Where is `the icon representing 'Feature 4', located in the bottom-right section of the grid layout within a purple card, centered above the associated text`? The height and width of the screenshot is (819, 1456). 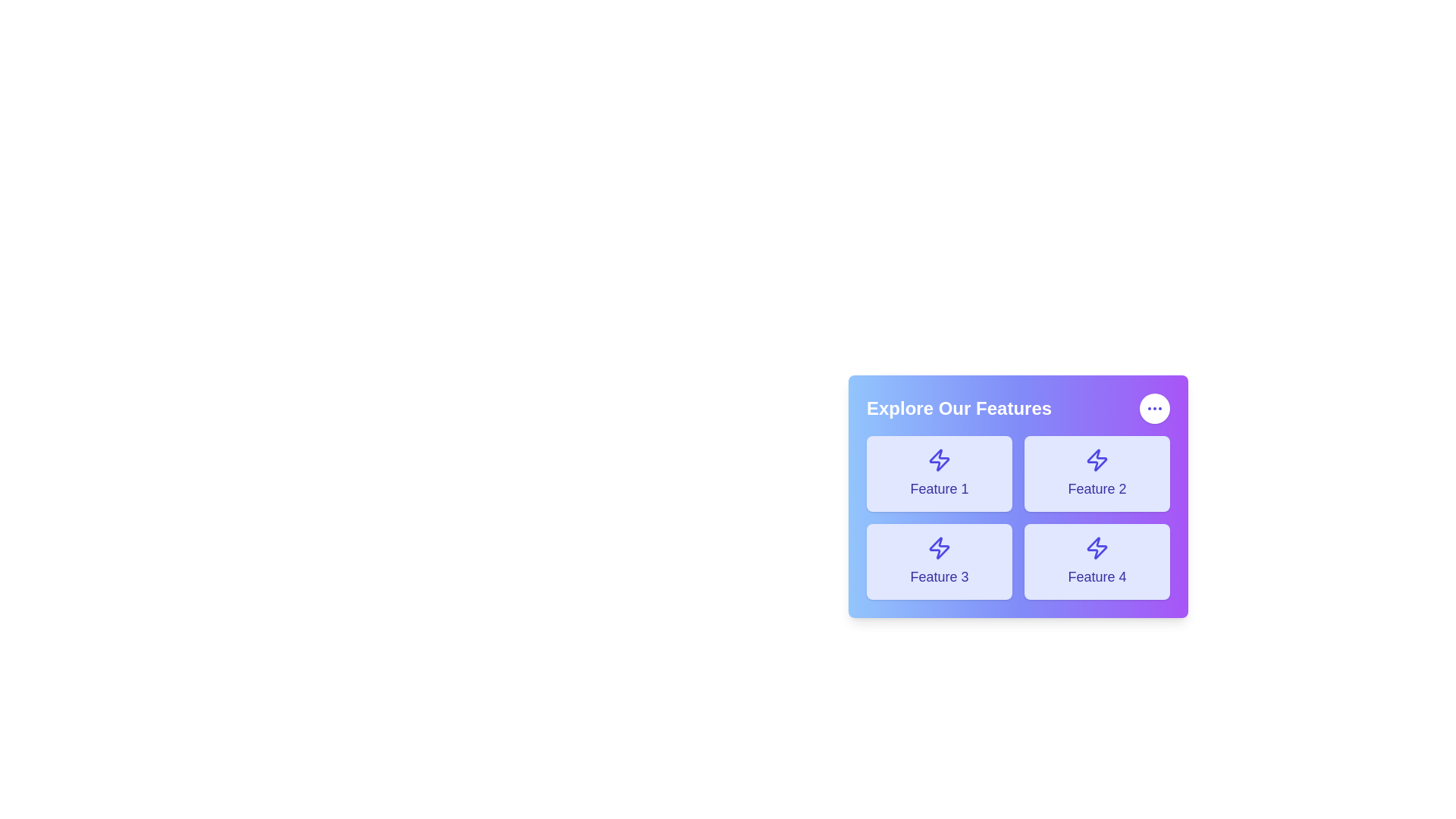
the icon representing 'Feature 4', located in the bottom-right section of the grid layout within a purple card, centered above the associated text is located at coordinates (1097, 548).